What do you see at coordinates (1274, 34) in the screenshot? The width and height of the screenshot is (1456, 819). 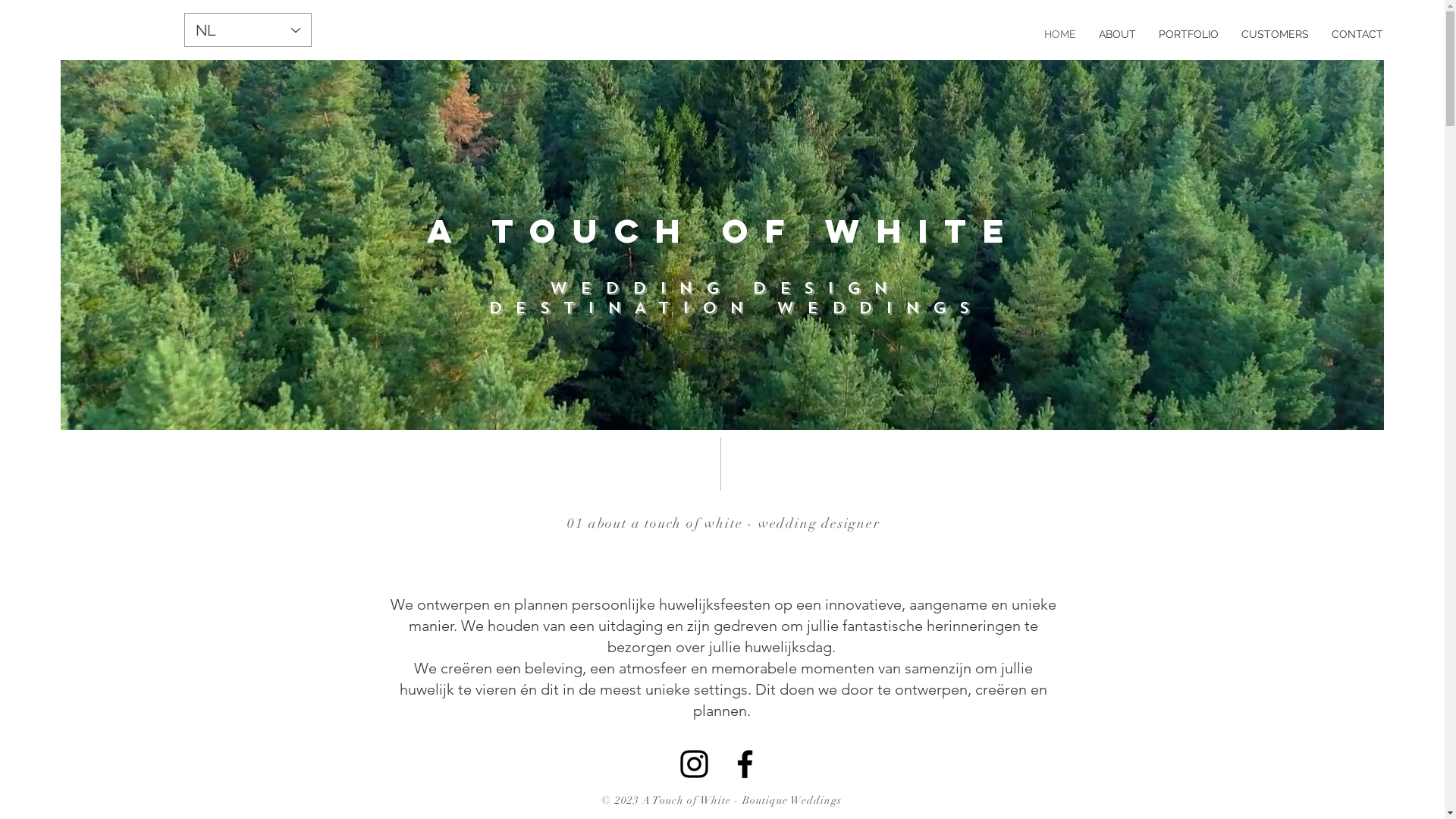 I see `'CUSTOMERS'` at bounding box center [1274, 34].